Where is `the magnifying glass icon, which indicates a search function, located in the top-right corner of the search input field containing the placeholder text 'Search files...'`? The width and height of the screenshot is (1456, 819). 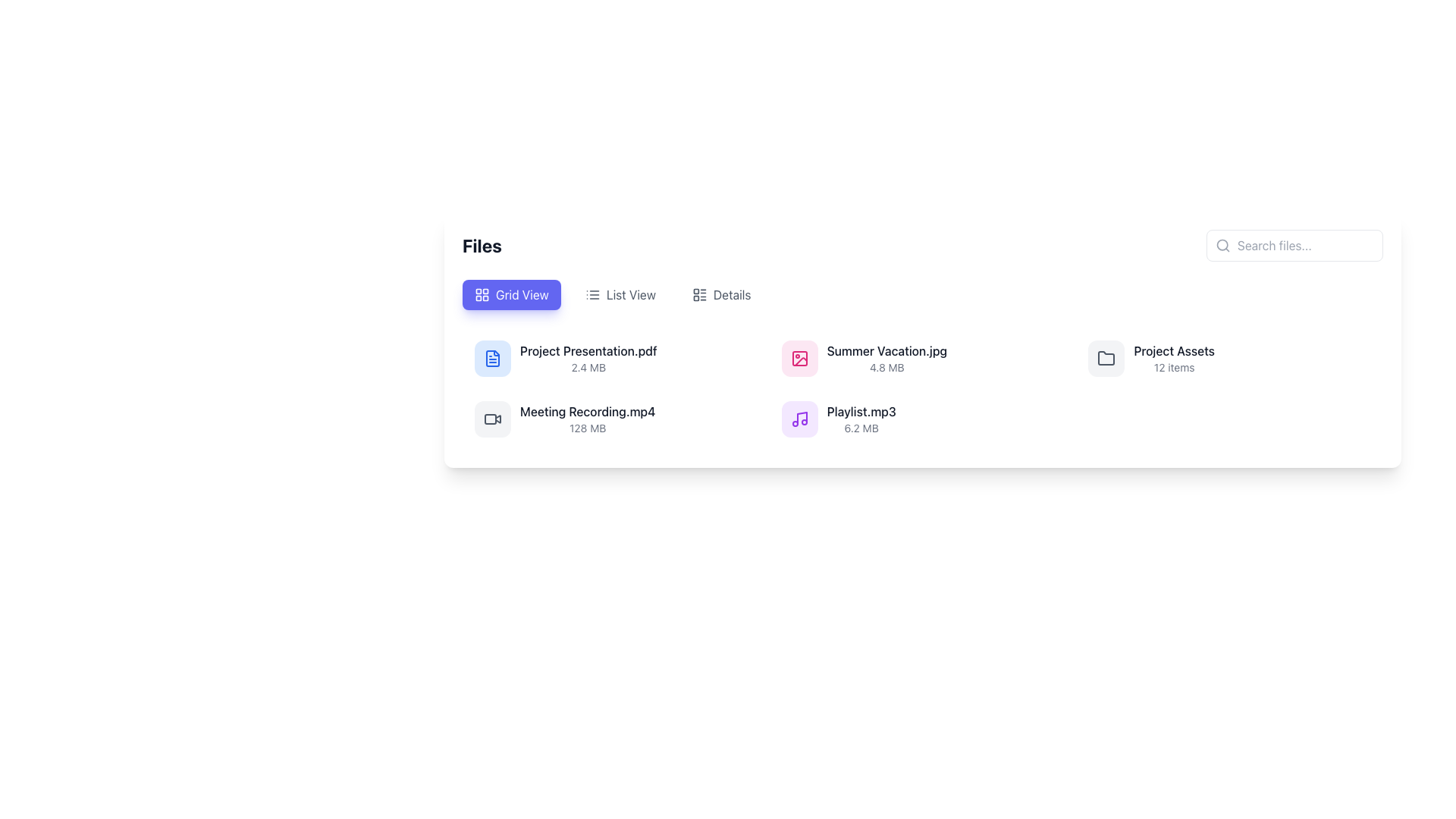 the magnifying glass icon, which indicates a search function, located in the top-right corner of the search input field containing the placeholder text 'Search files...' is located at coordinates (1222, 245).